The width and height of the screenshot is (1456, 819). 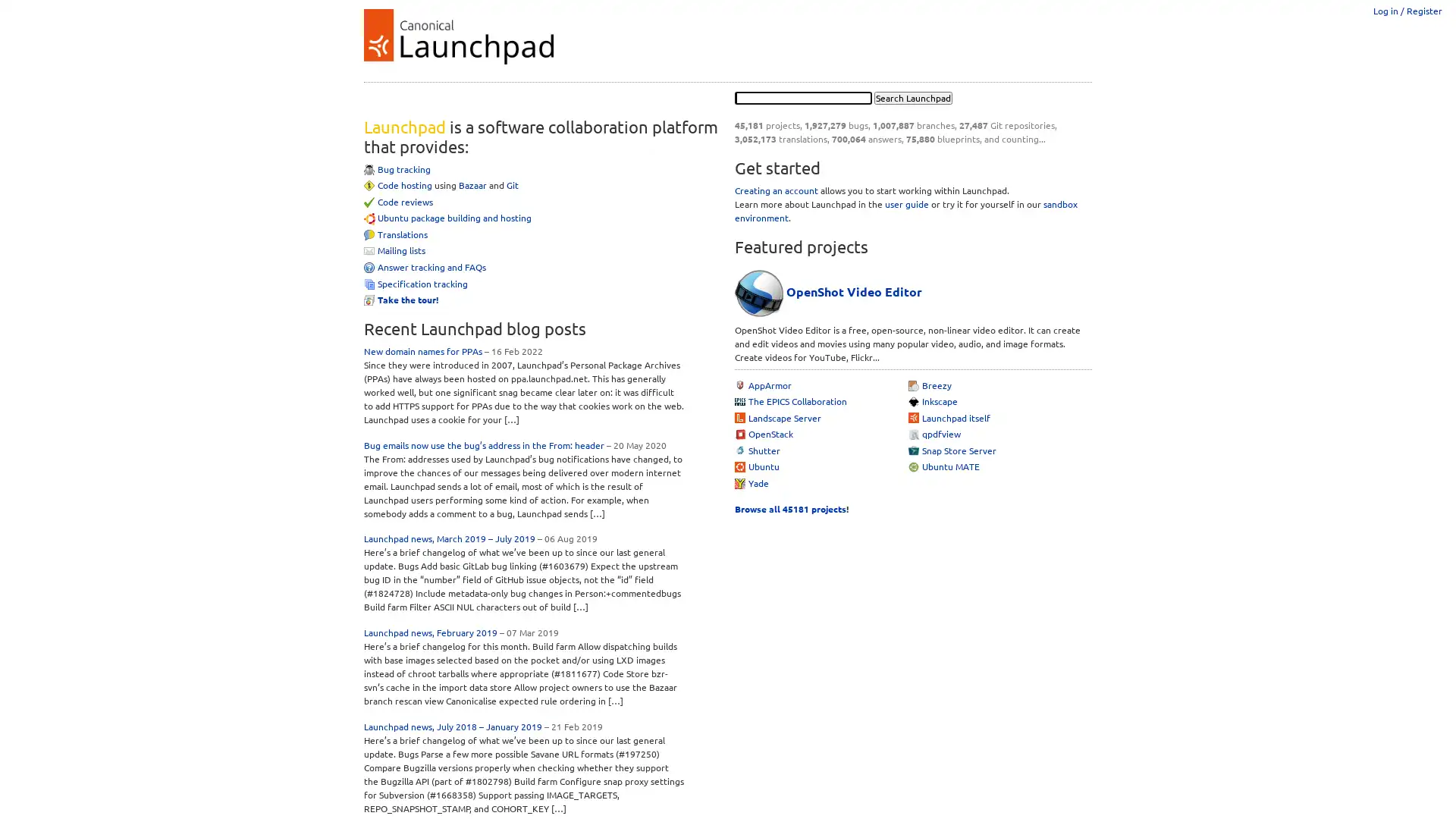 What do you see at coordinates (912, 97) in the screenshot?
I see `Search Launchpad` at bounding box center [912, 97].